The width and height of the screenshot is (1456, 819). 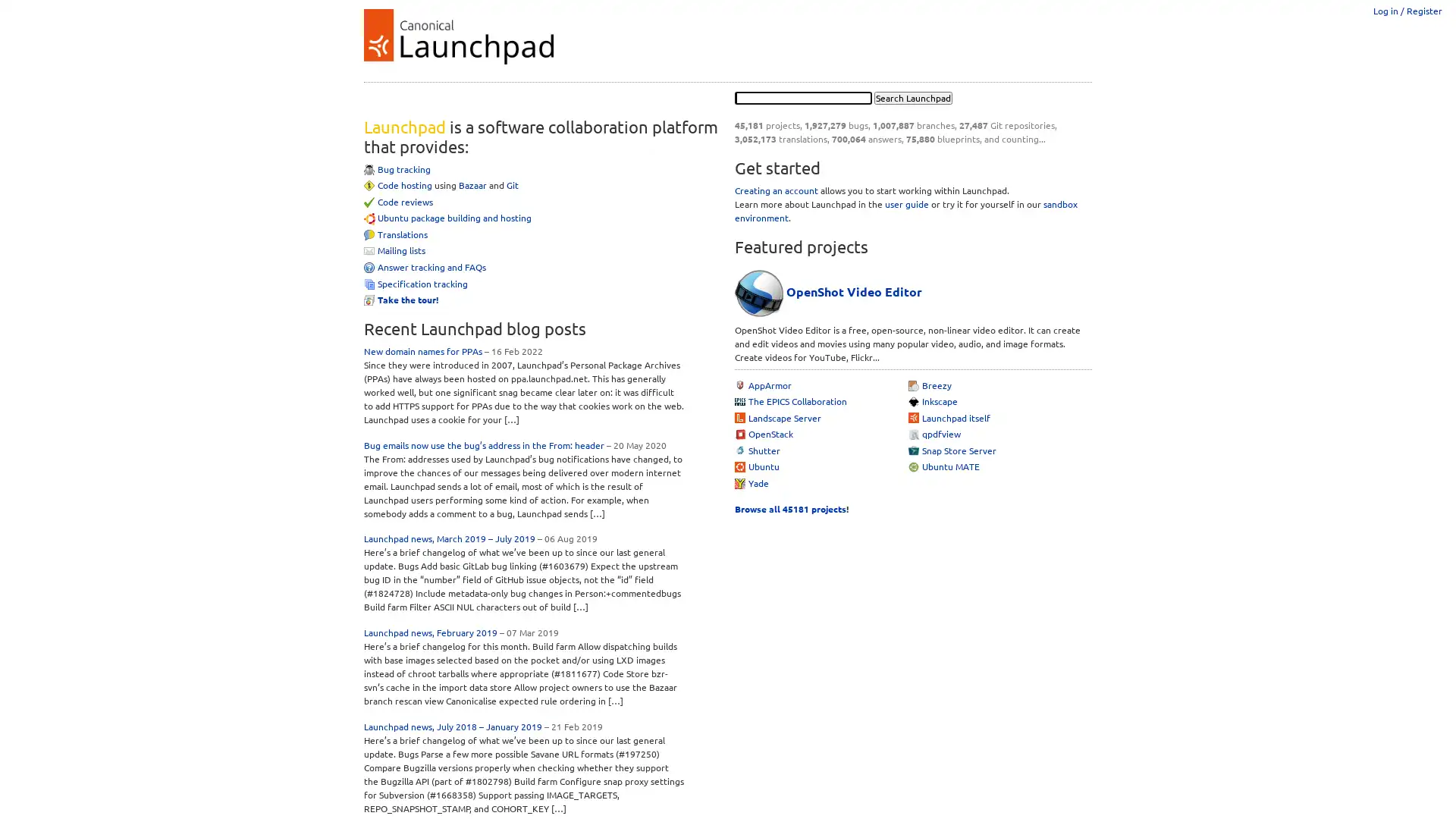 What do you see at coordinates (912, 97) in the screenshot?
I see `Search Launchpad` at bounding box center [912, 97].